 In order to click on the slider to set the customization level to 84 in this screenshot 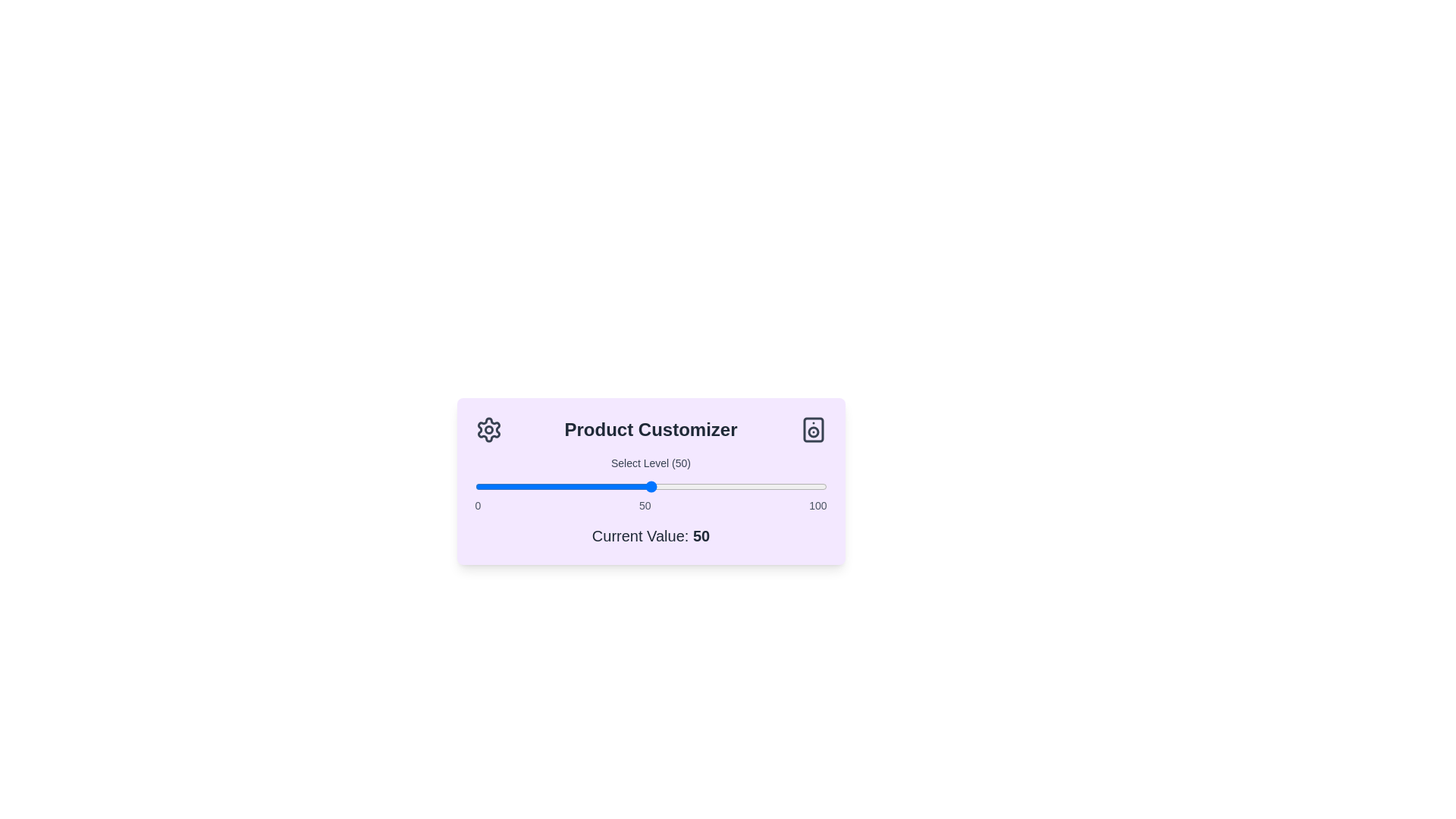, I will do `click(770, 486)`.